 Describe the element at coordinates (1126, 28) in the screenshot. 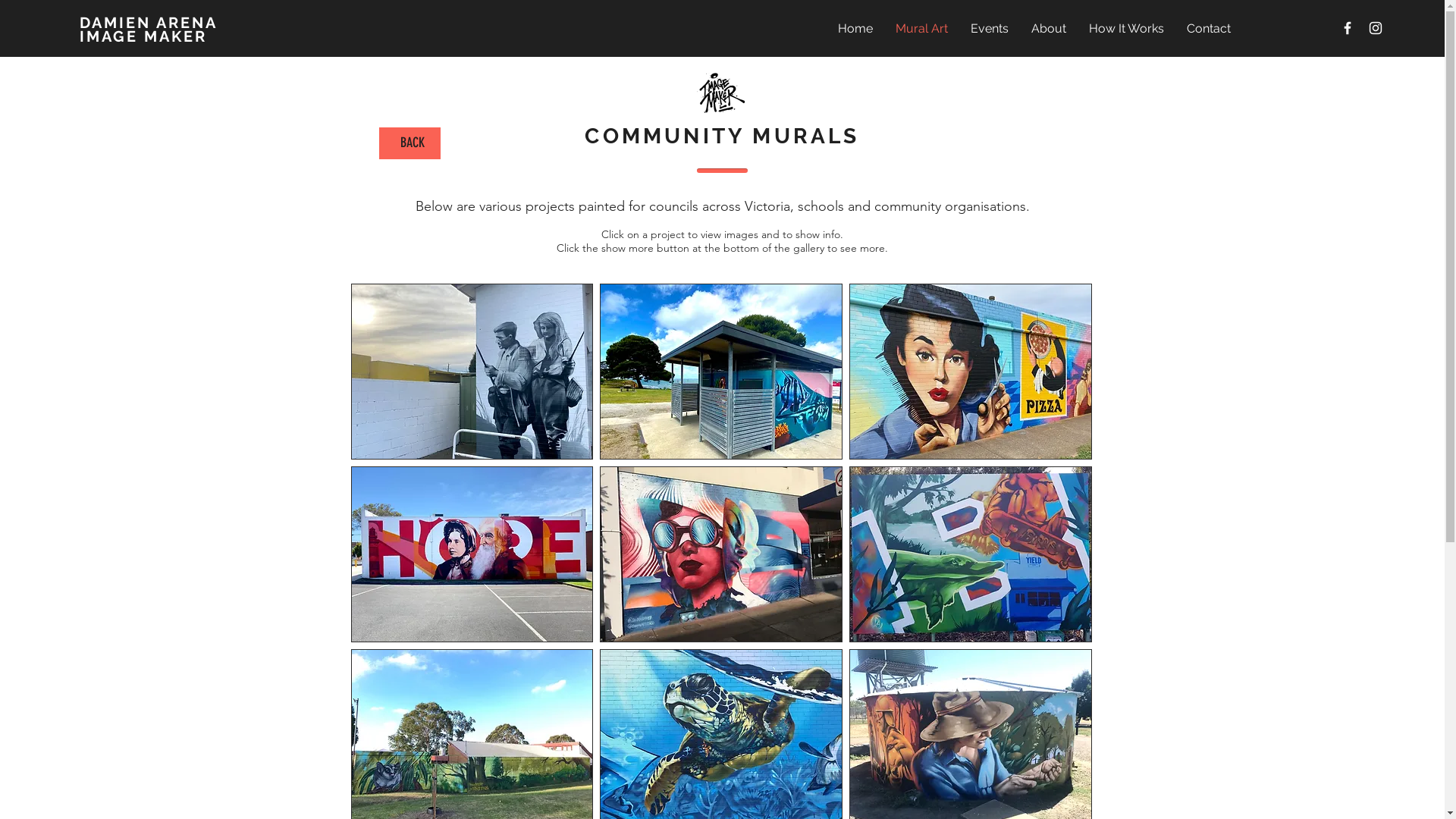

I see `'How It Works'` at that location.